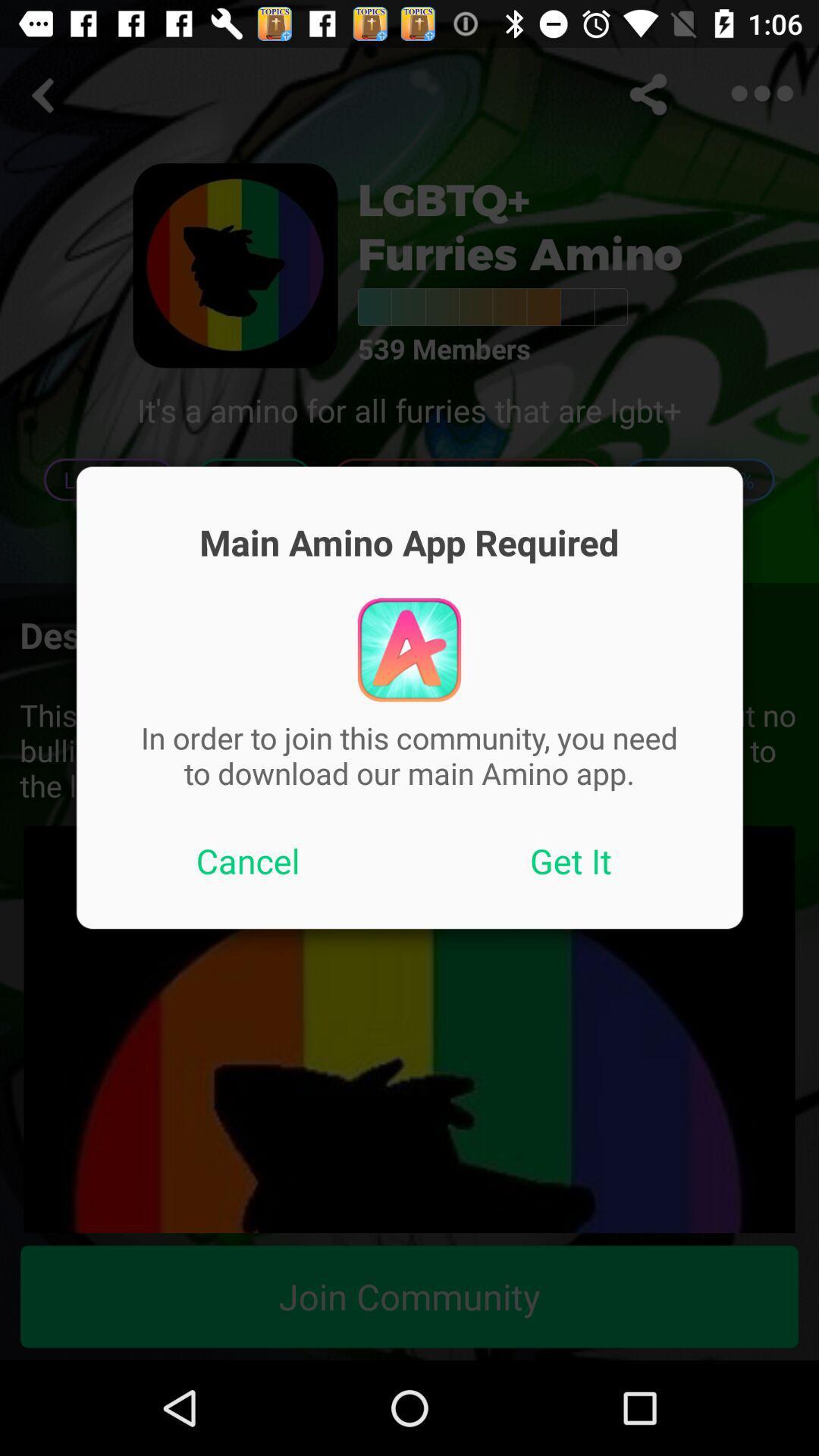 The image size is (819, 1456). What do you see at coordinates (247, 861) in the screenshot?
I see `the icon below in order to app` at bounding box center [247, 861].